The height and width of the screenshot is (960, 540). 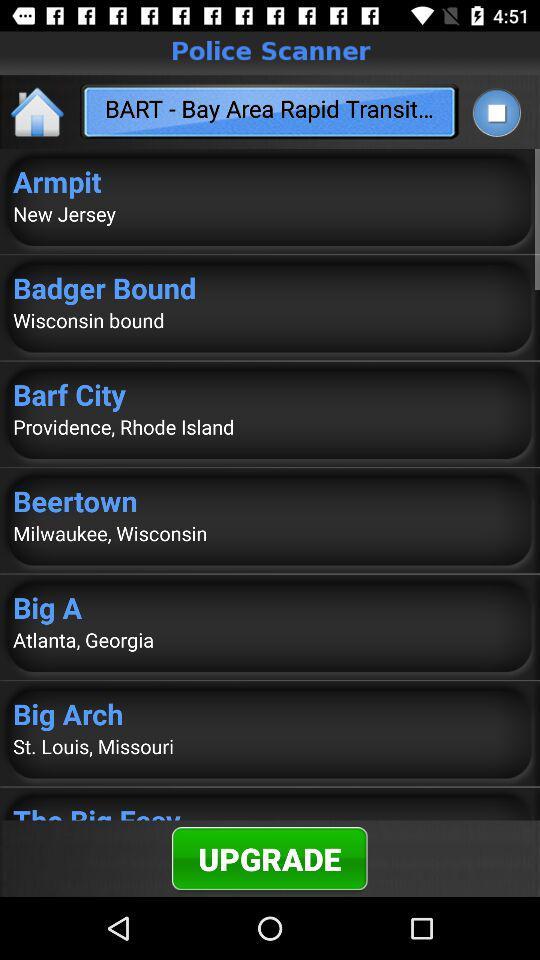 What do you see at coordinates (270, 393) in the screenshot?
I see `the barf city icon` at bounding box center [270, 393].